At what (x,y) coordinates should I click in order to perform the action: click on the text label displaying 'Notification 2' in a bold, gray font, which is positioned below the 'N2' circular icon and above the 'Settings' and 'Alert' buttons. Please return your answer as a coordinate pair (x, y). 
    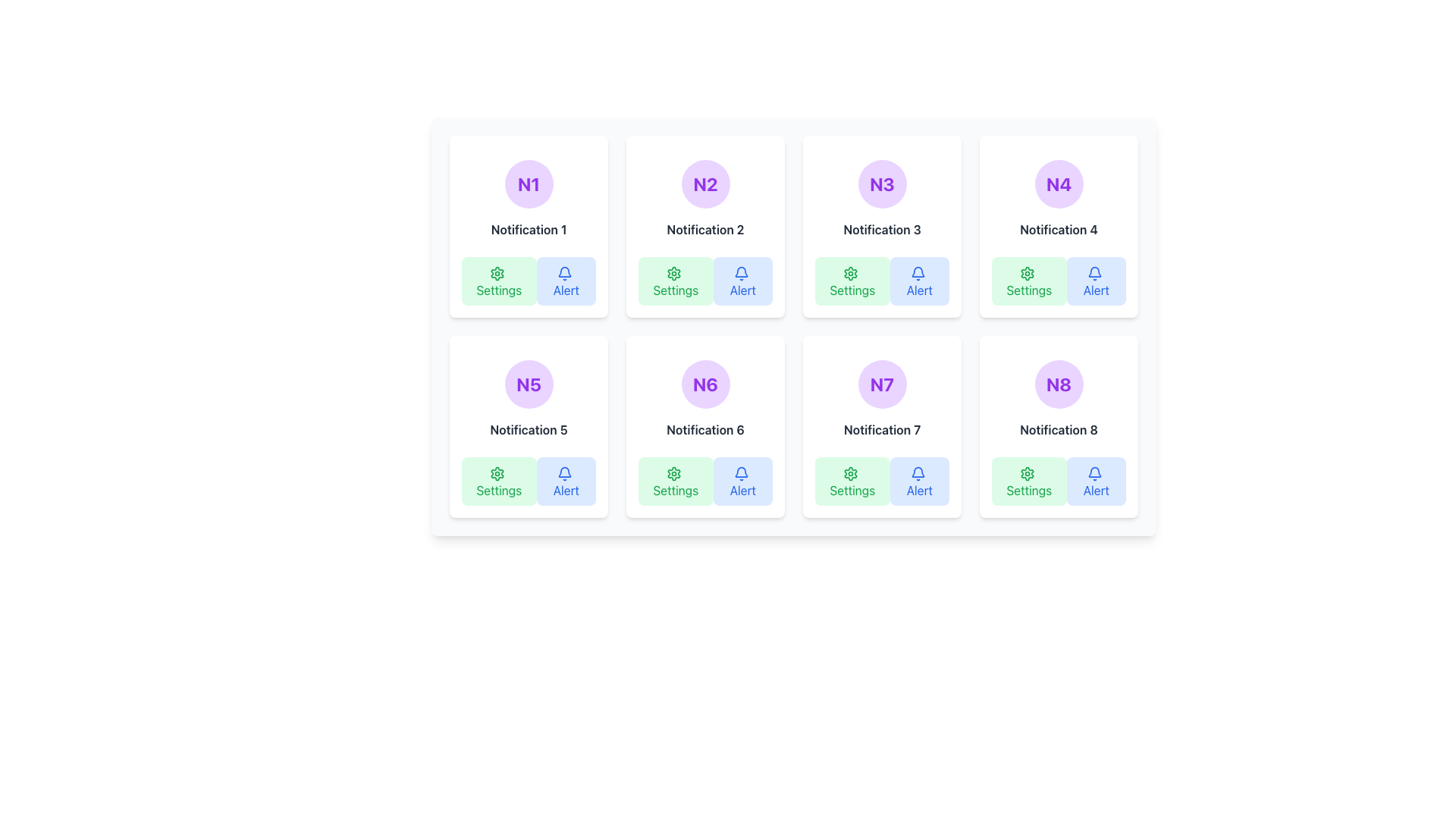
    Looking at the image, I should click on (704, 230).